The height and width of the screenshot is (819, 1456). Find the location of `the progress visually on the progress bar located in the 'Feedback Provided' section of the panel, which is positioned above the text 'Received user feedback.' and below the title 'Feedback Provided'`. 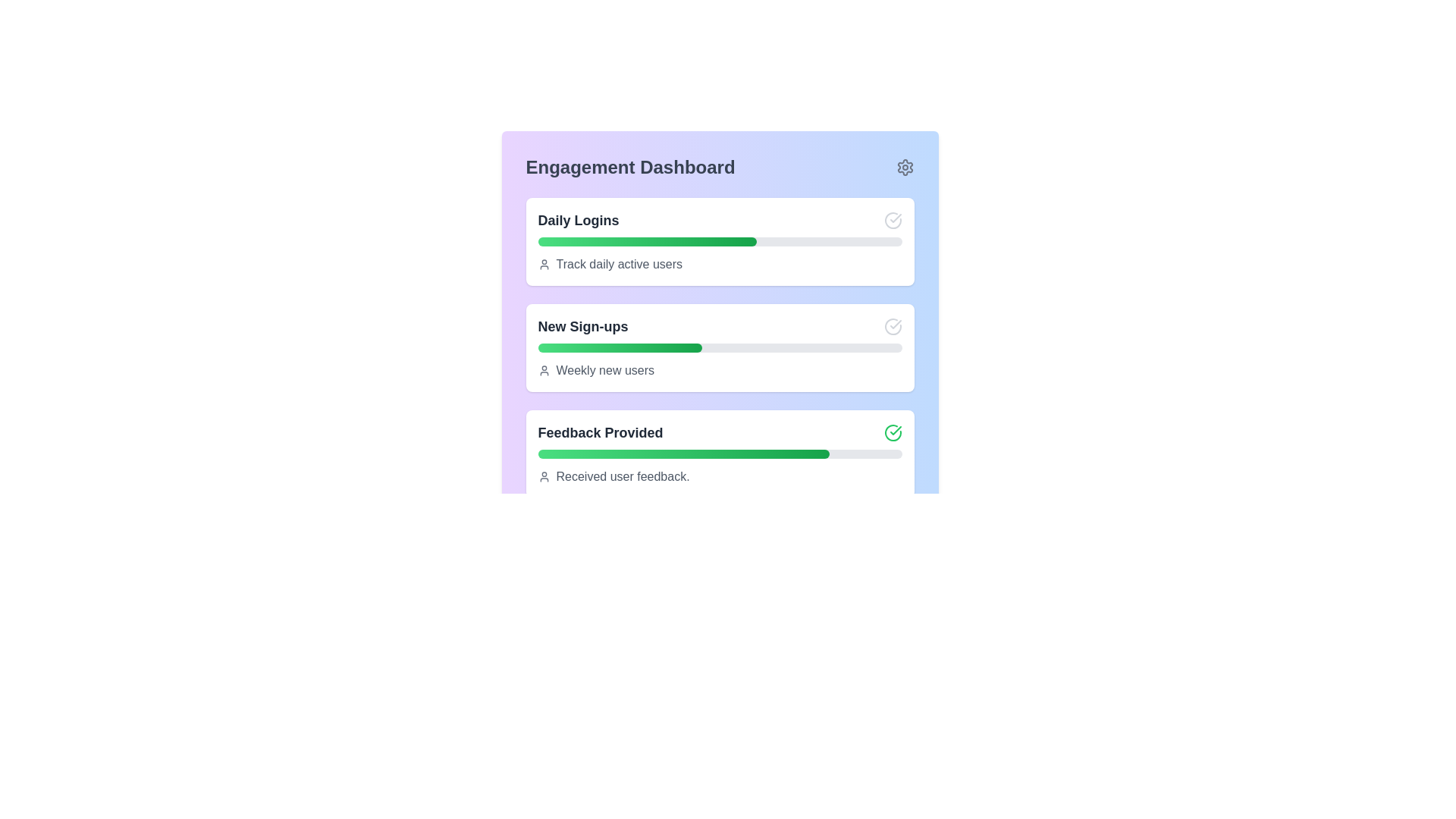

the progress visually on the progress bar located in the 'Feedback Provided' section of the panel, which is positioned above the text 'Received user feedback.' and below the title 'Feedback Provided' is located at coordinates (719, 453).